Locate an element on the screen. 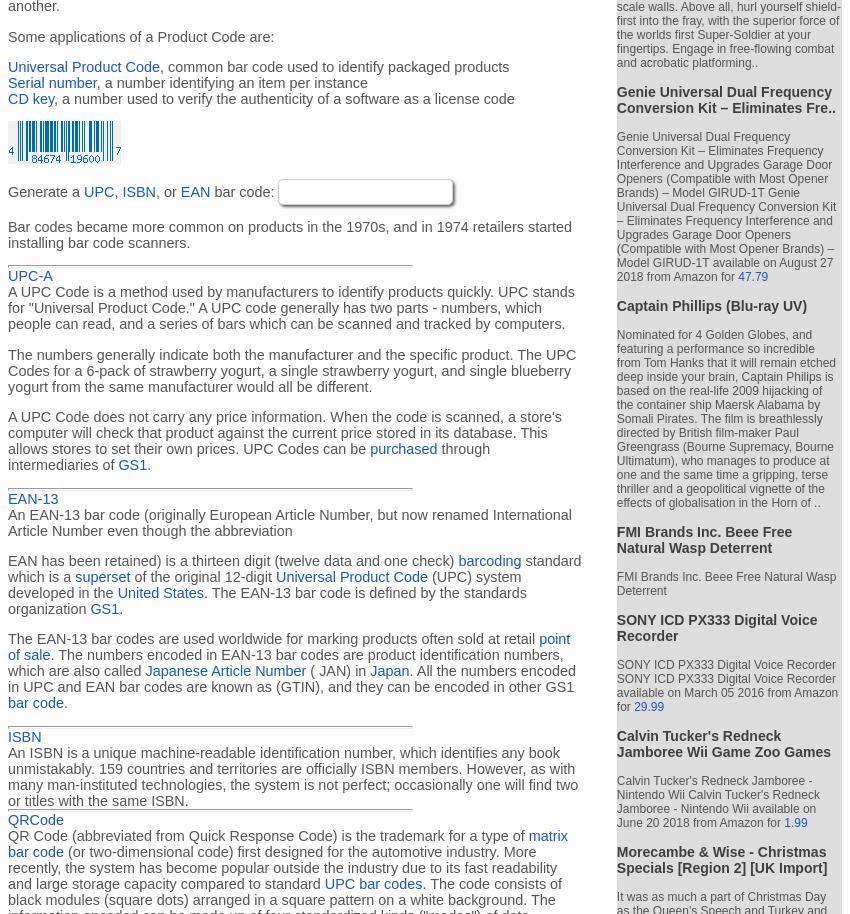 This screenshot has height=914, width=850. 'purchased' is located at coordinates (403, 447).